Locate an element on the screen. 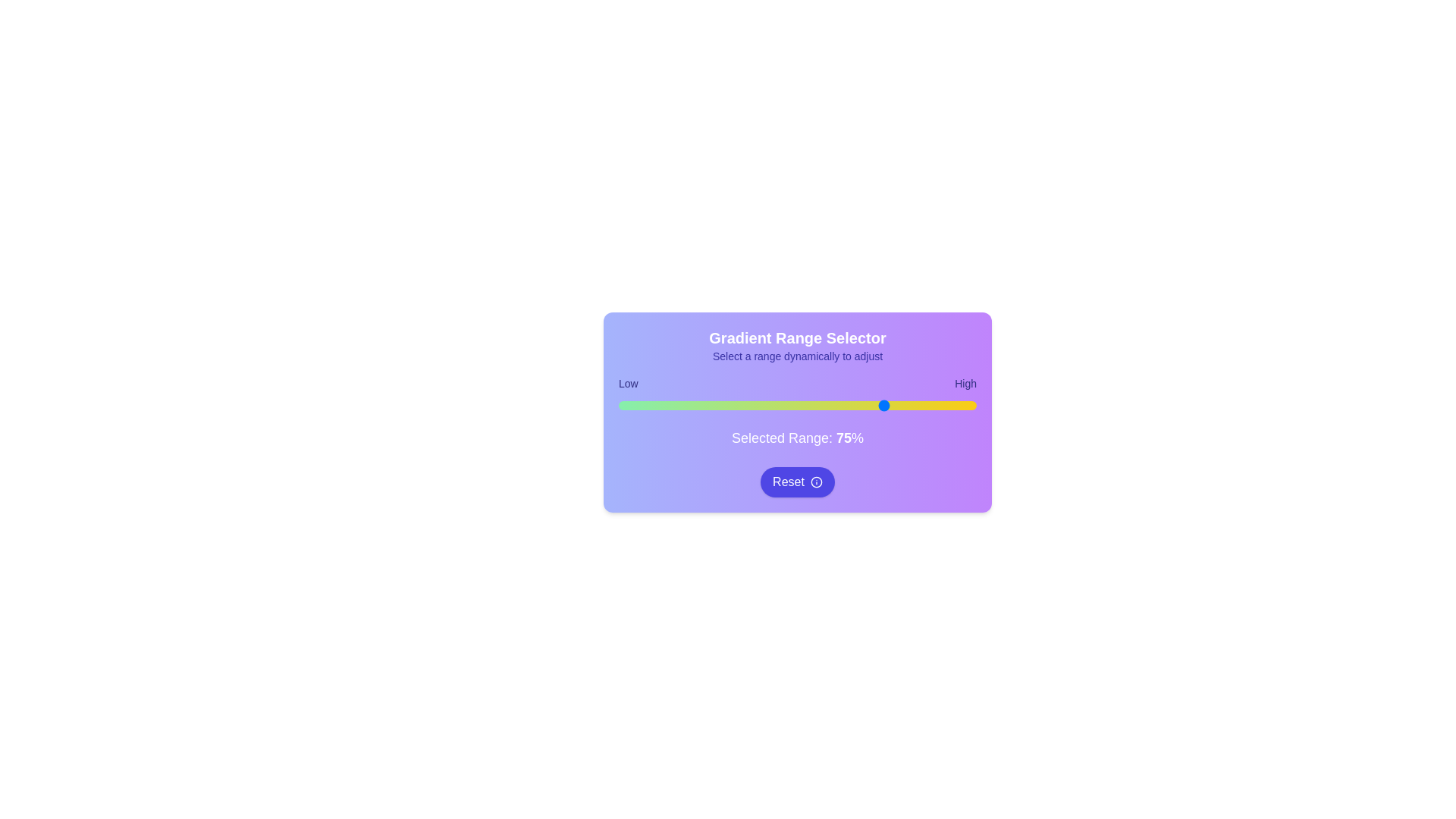 Image resolution: width=1456 pixels, height=819 pixels. the range slider to 85% by dragging the slider knob is located at coordinates (922, 405).